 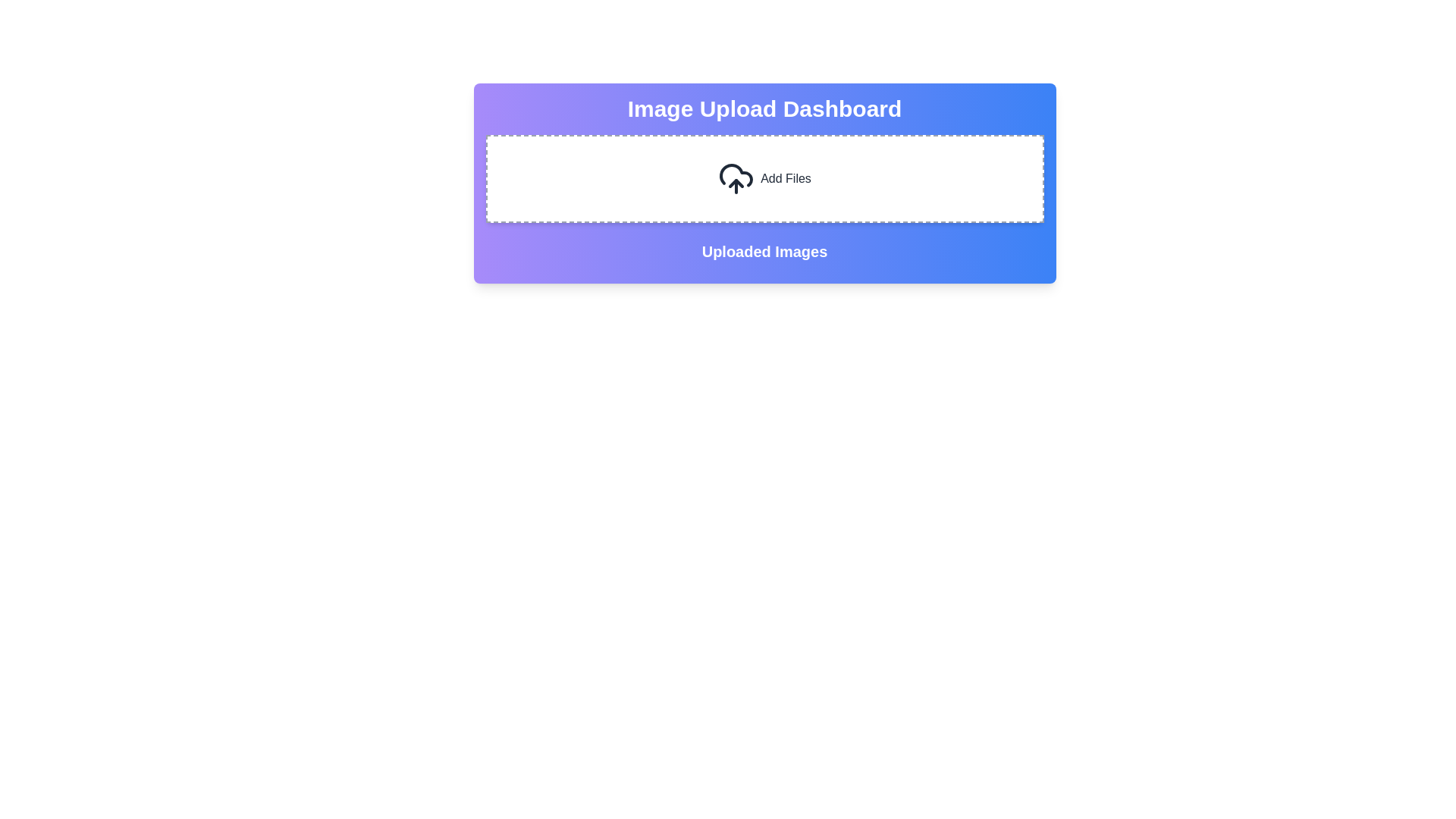 I want to click on the 'Add Files' text label, which is displayed in black font and is located near the right side of a dashed border rectangle, aligned with an upload icon to its left, so click(x=786, y=177).